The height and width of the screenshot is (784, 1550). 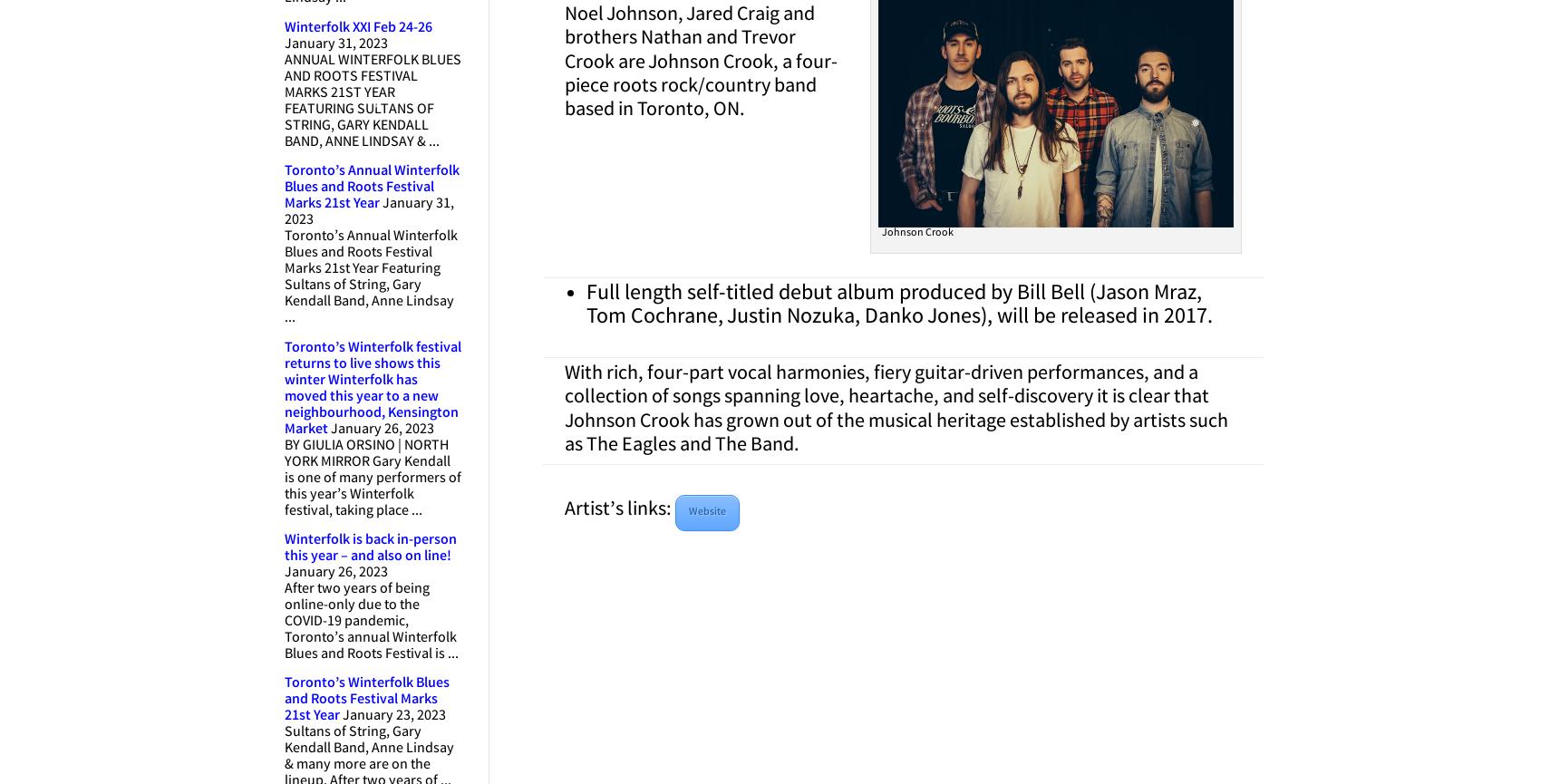 What do you see at coordinates (283, 477) in the screenshot?
I see `'BY GIULIA ORSINO | NORTH YORK MIRROR






Gary Kendall is one of many performers of this year’s Winterfolk festival, taking place ...'` at bounding box center [283, 477].